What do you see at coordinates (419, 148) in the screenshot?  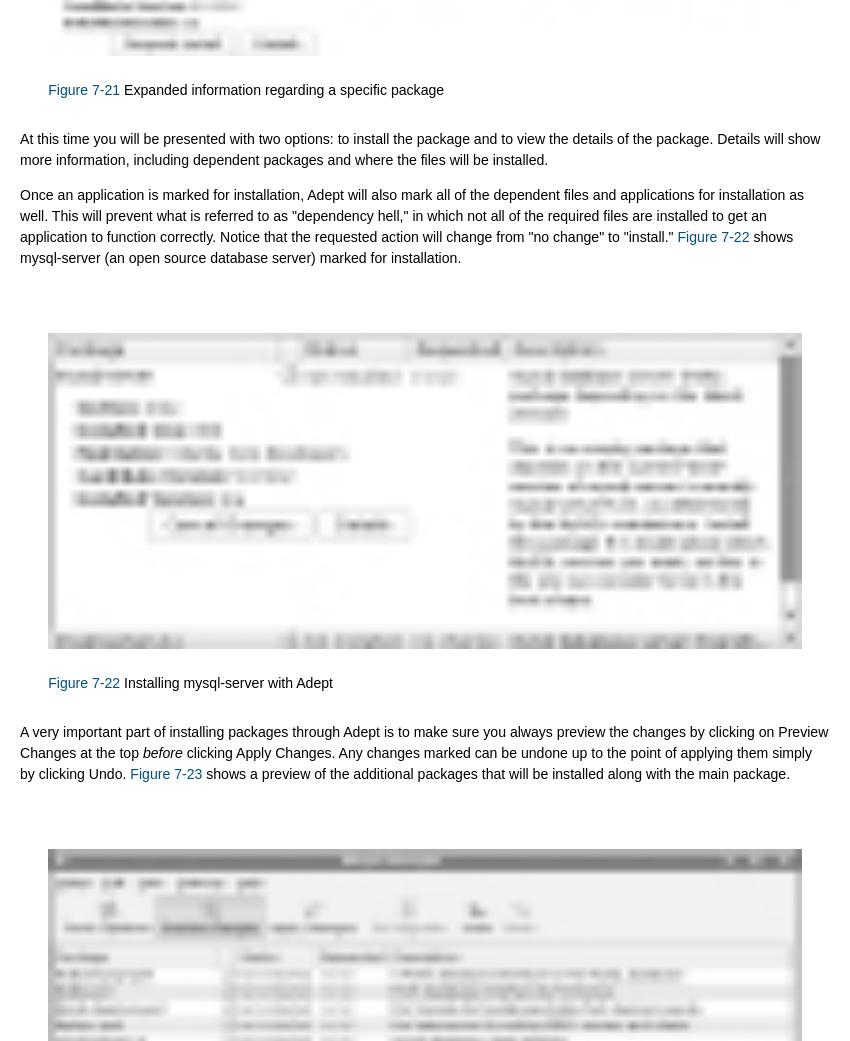 I see `'At this time you will be presented with two options: to install the package and to view the details of the package. Details will show more information, including dependent packages and where the files will be installed.'` at bounding box center [419, 148].